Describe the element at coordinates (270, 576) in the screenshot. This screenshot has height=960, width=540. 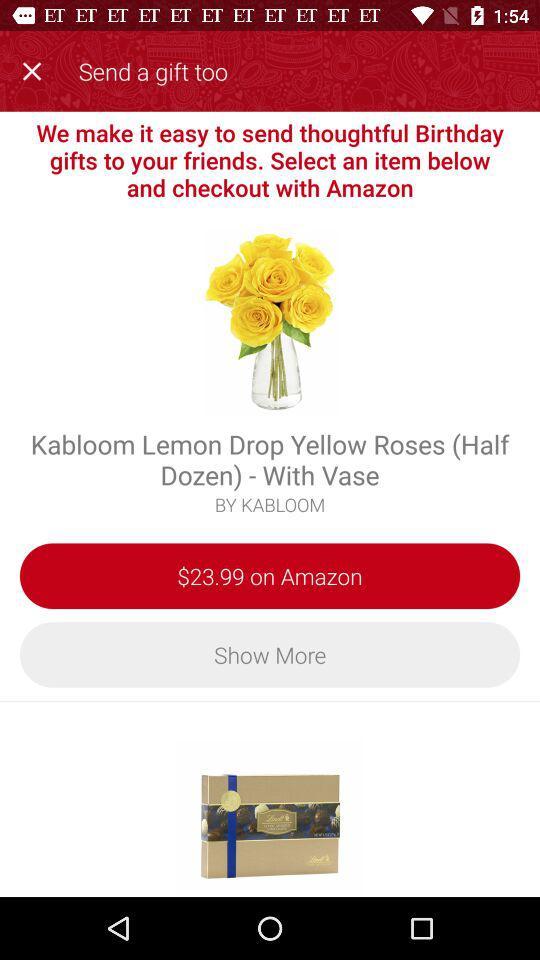
I see `item below by kabloom icon` at that location.